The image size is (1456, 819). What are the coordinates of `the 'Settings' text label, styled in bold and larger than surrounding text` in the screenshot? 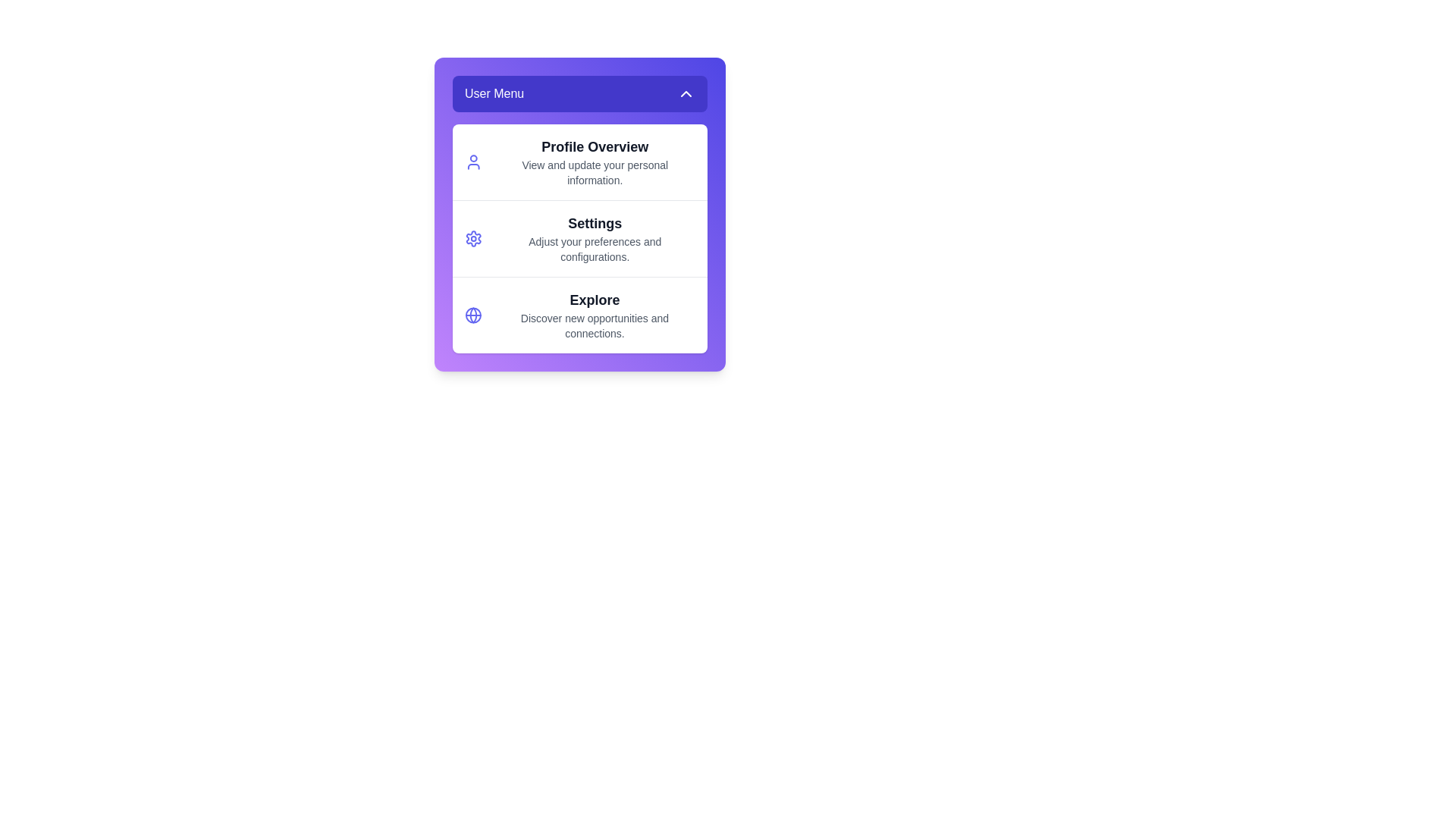 It's located at (594, 223).